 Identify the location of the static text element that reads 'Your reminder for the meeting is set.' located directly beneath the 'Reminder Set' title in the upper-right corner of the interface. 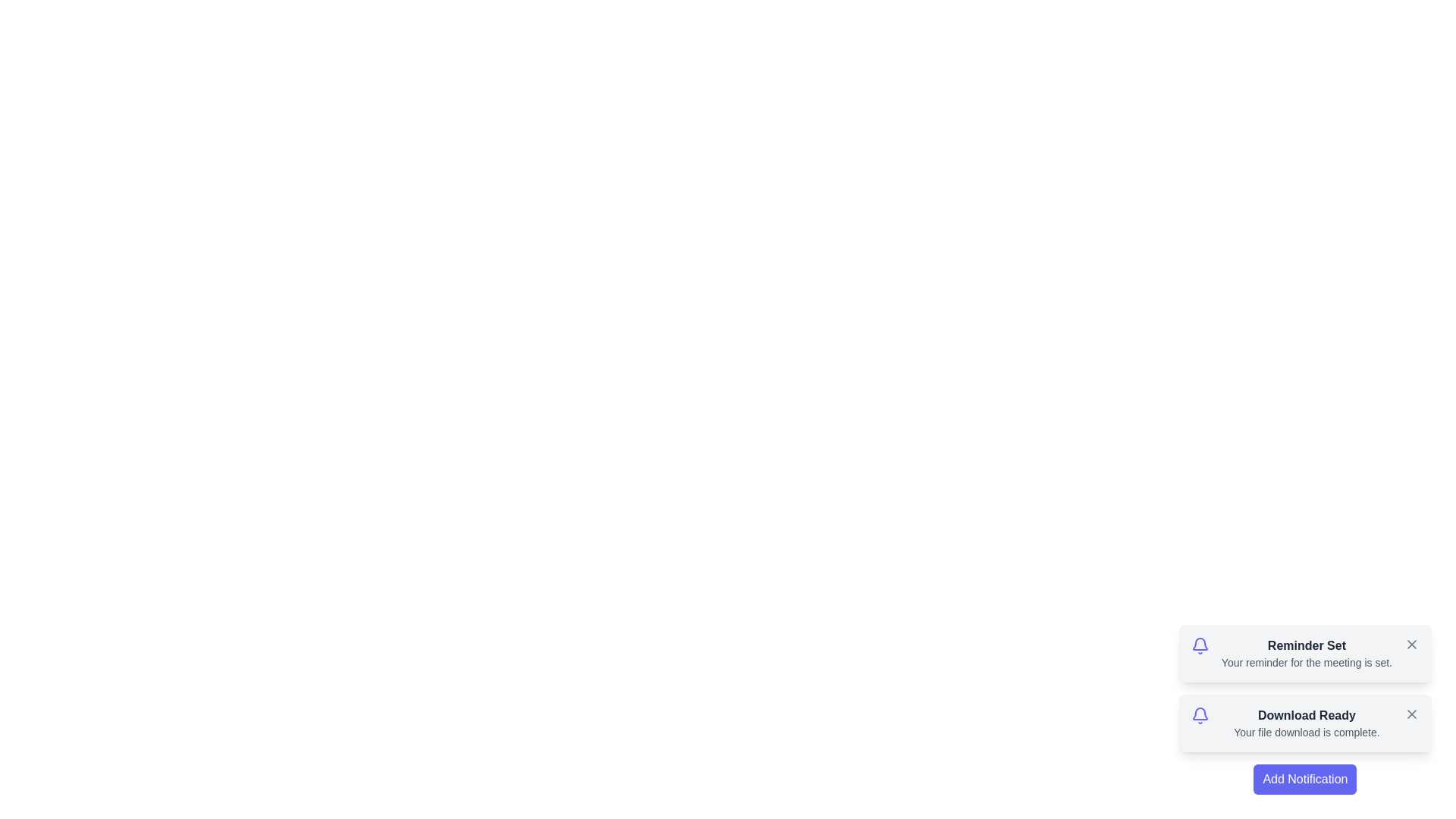
(1306, 662).